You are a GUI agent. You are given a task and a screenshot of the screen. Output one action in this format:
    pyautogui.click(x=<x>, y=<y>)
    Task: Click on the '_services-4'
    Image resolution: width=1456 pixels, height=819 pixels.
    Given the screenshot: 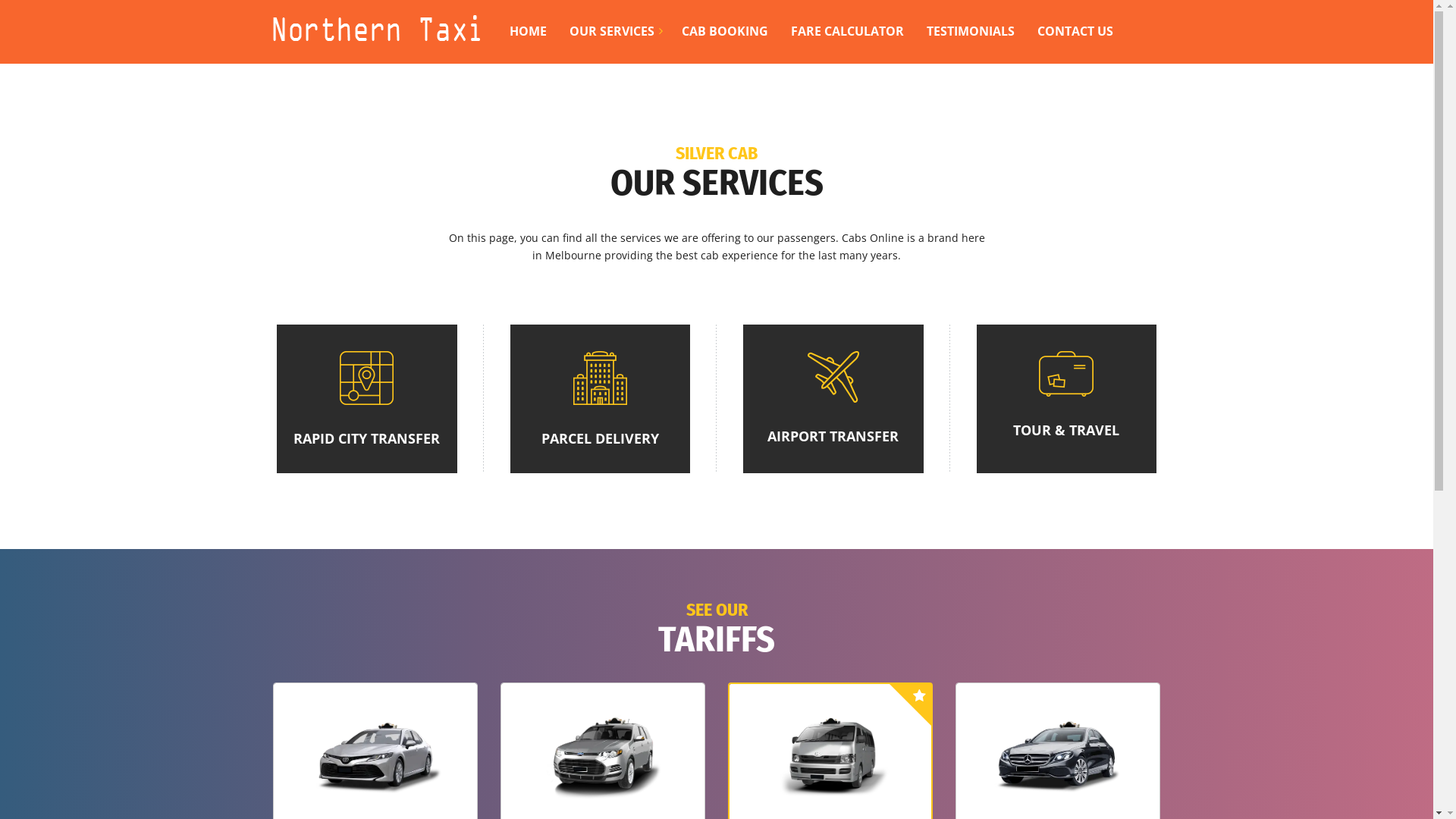 What is the action you would take?
    pyautogui.click(x=1065, y=374)
    